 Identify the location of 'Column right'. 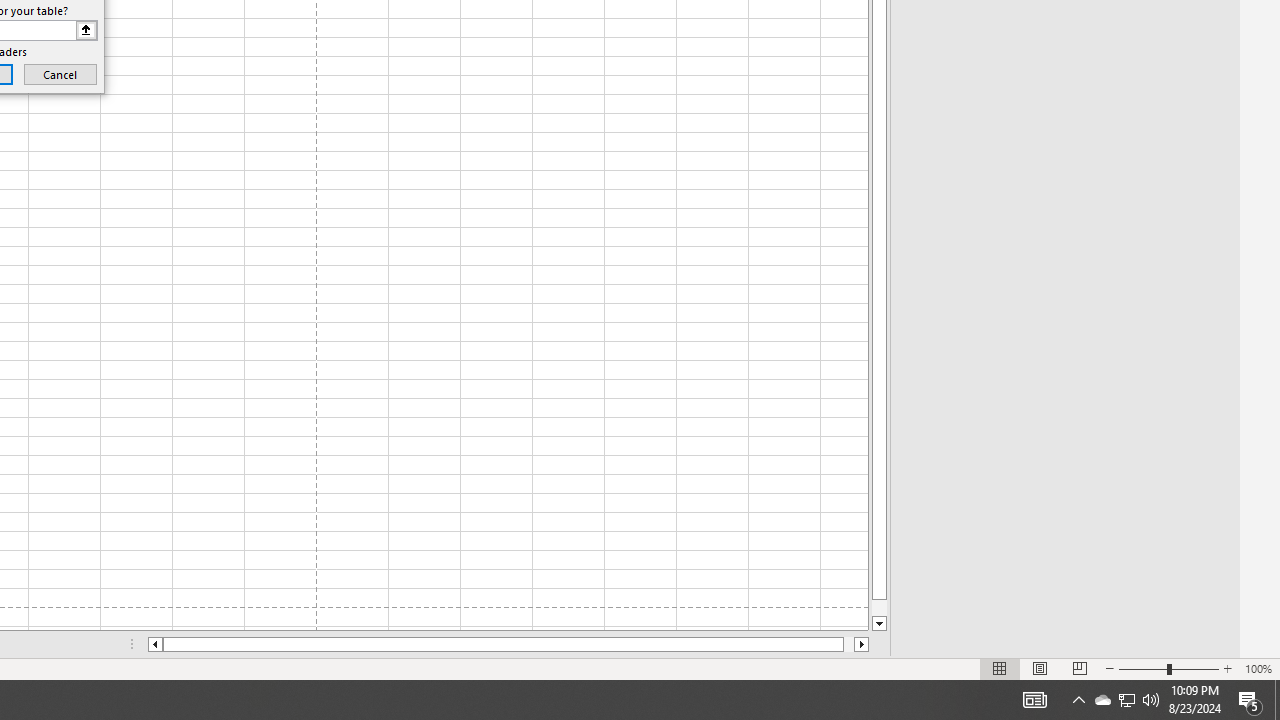
(862, 644).